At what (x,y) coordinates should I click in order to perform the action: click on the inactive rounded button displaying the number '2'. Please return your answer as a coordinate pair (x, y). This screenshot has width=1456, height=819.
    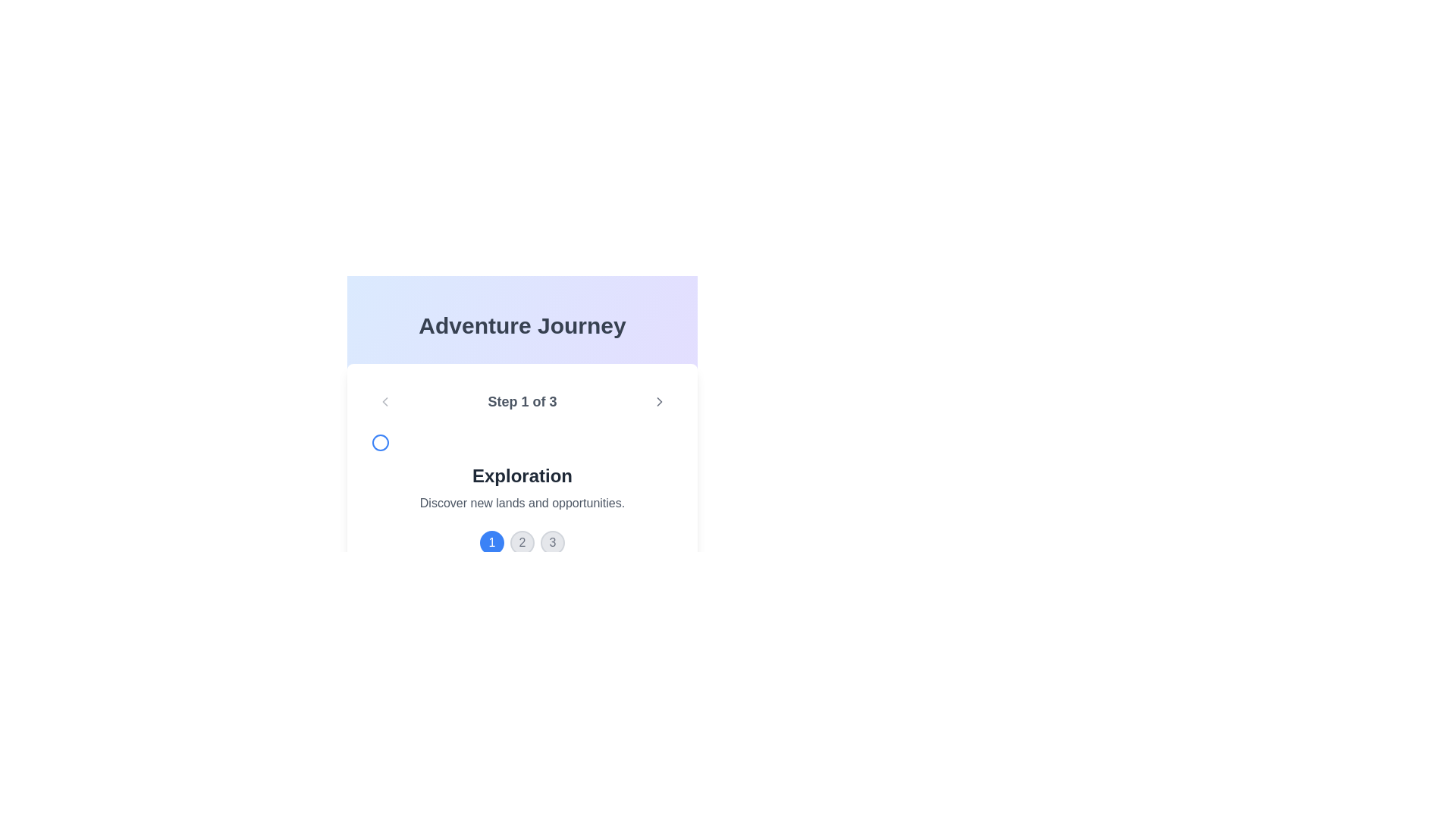
    Looking at the image, I should click on (522, 542).